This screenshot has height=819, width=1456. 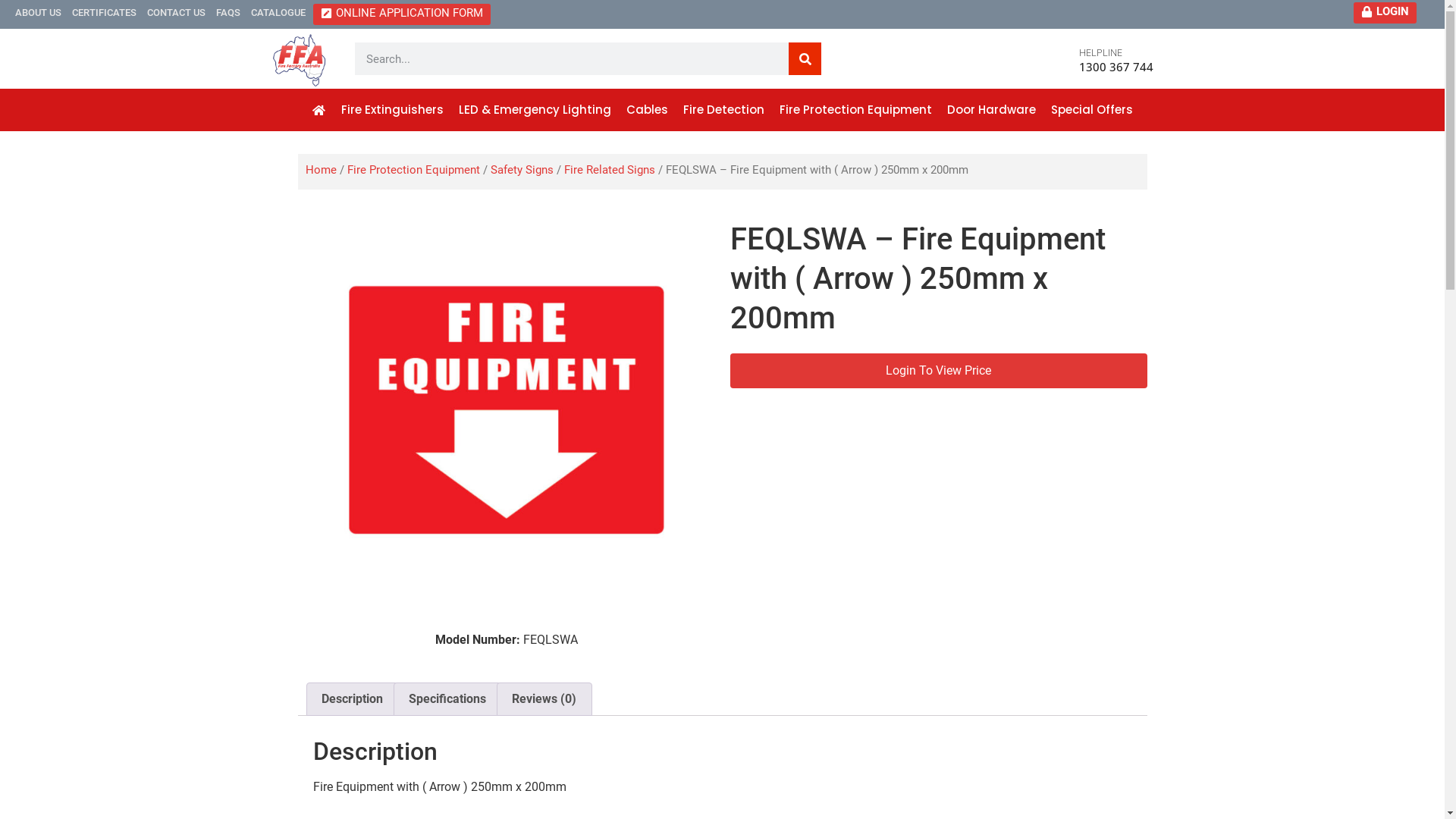 I want to click on 'ONLINE APPLICATION FORM', so click(x=401, y=14).